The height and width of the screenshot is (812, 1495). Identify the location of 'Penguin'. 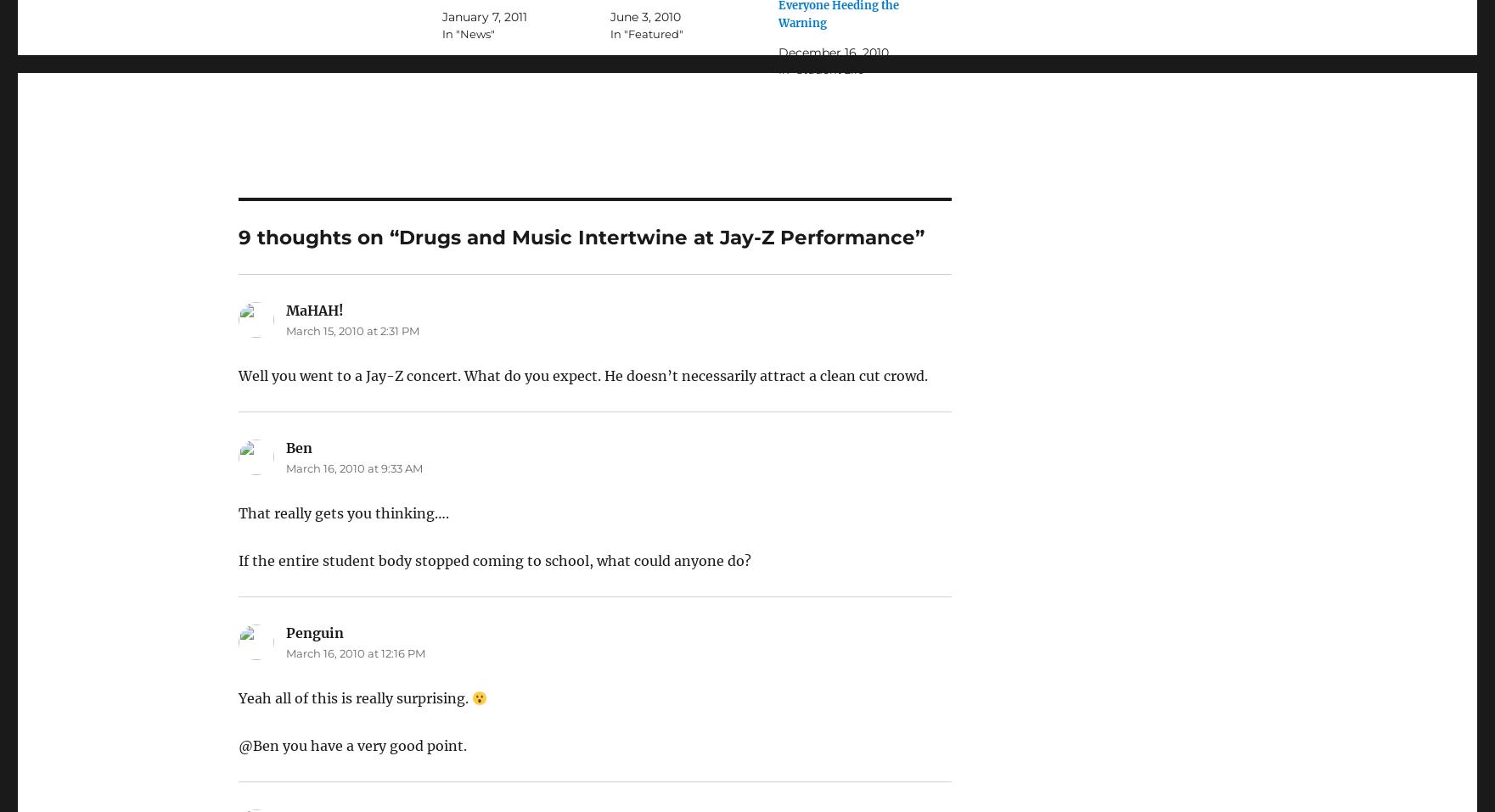
(312, 632).